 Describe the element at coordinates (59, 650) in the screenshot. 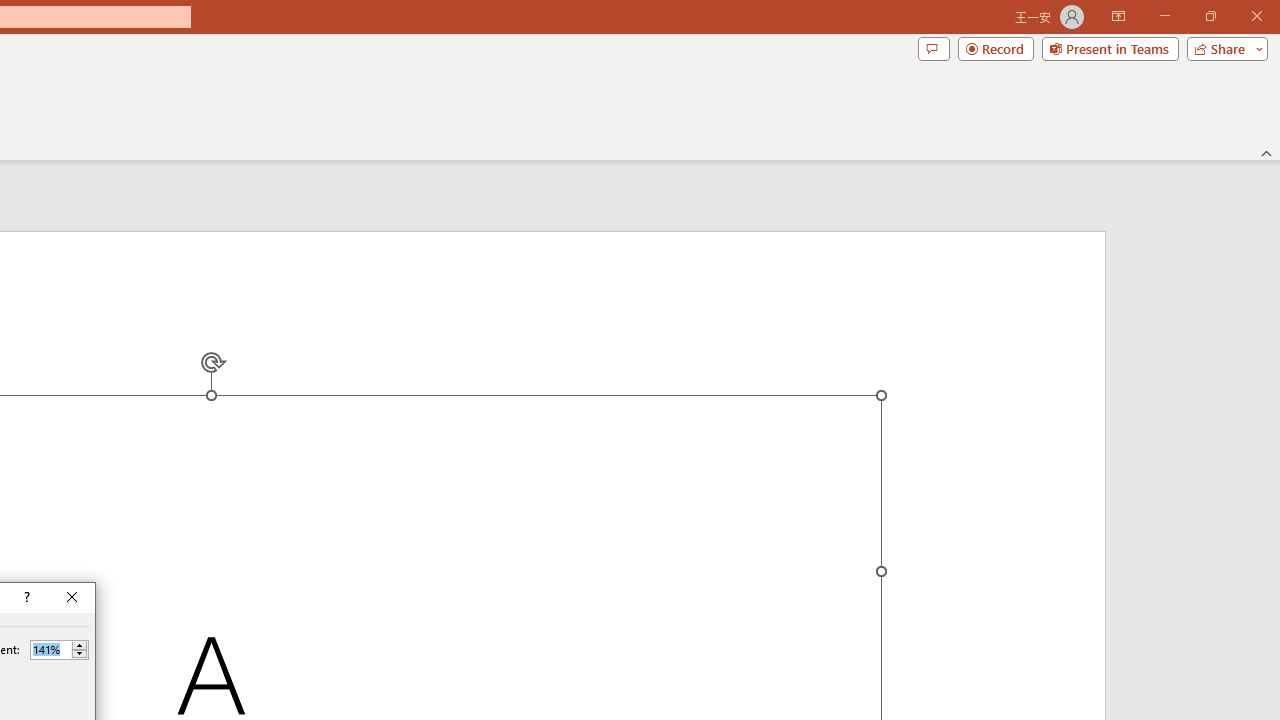

I see `'Percent'` at that location.